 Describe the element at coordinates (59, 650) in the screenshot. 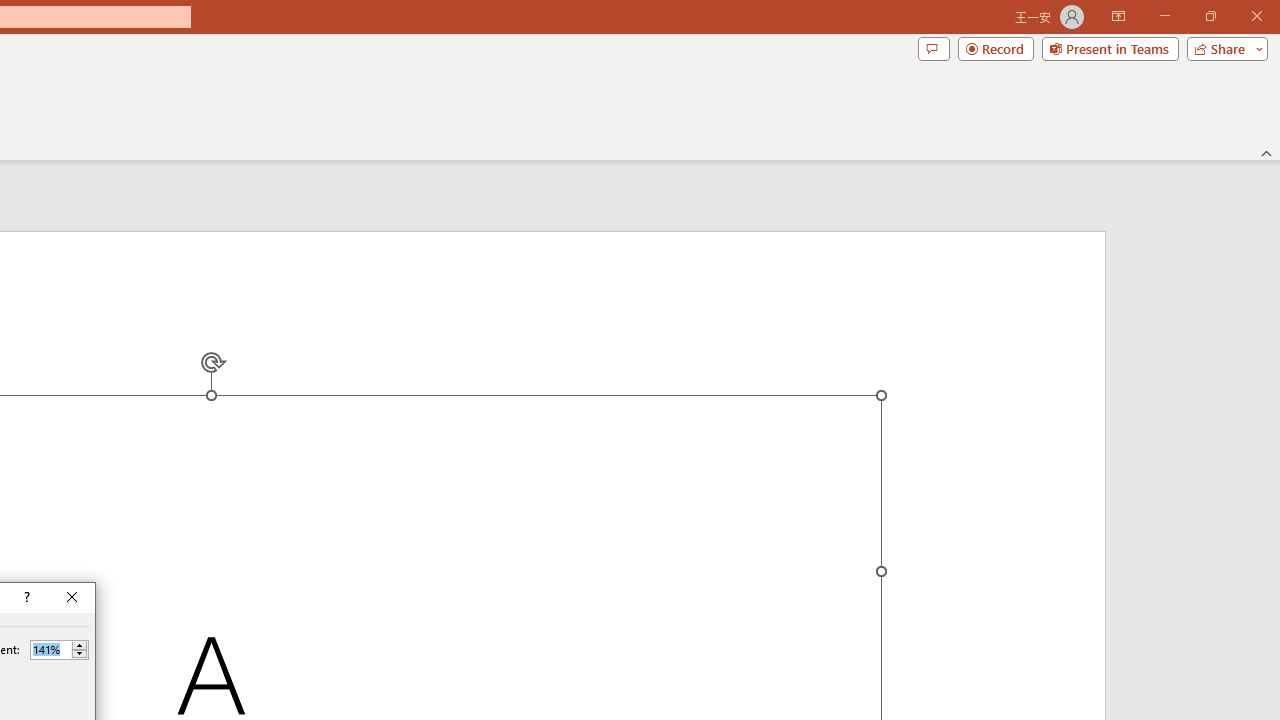

I see `'Percent'` at that location.